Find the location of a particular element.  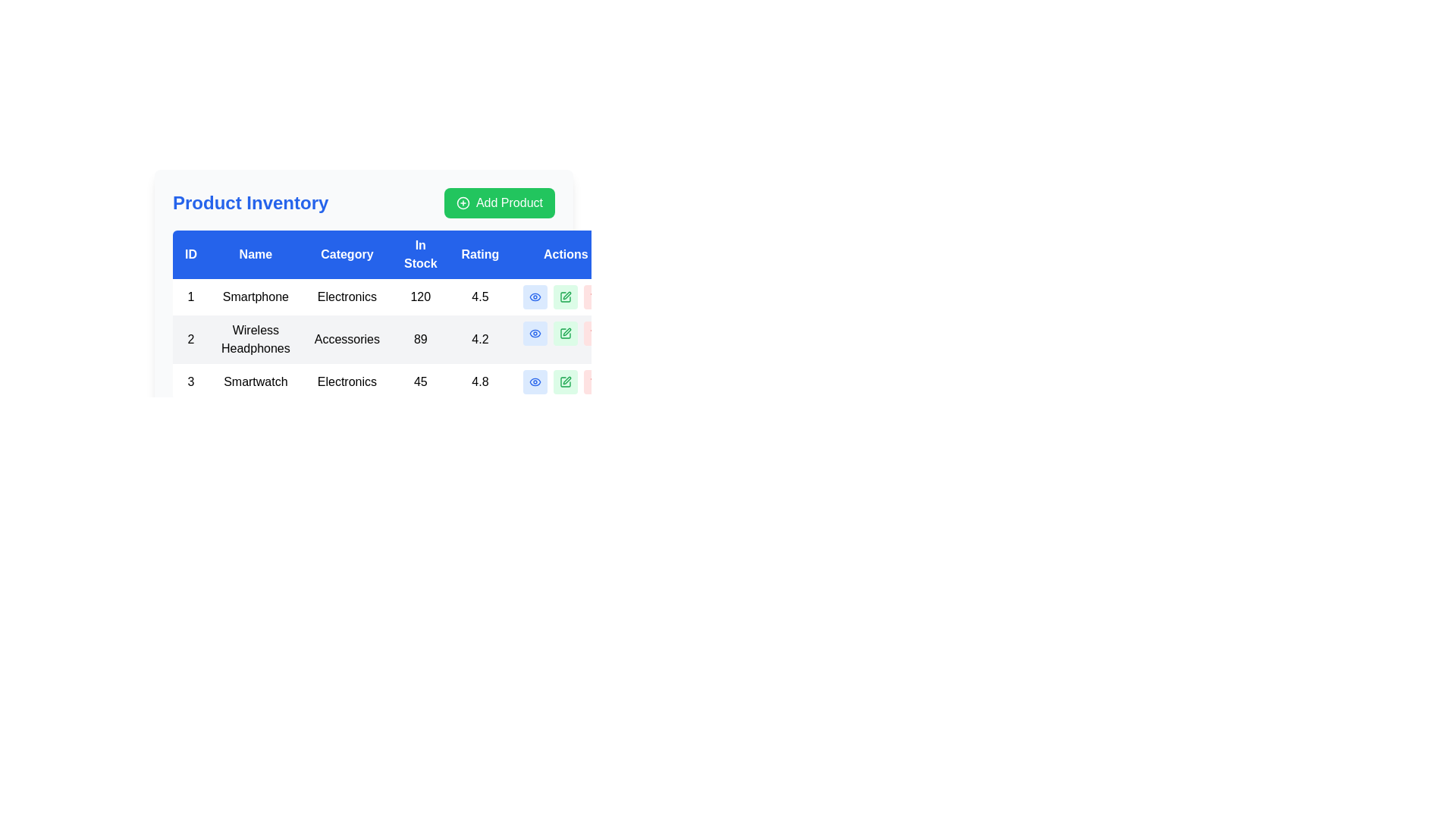

the pen-shaped icon located in the 'Actions' column of the third row for the 'Smartwatch' entry to initiate an edit action is located at coordinates (566, 295).